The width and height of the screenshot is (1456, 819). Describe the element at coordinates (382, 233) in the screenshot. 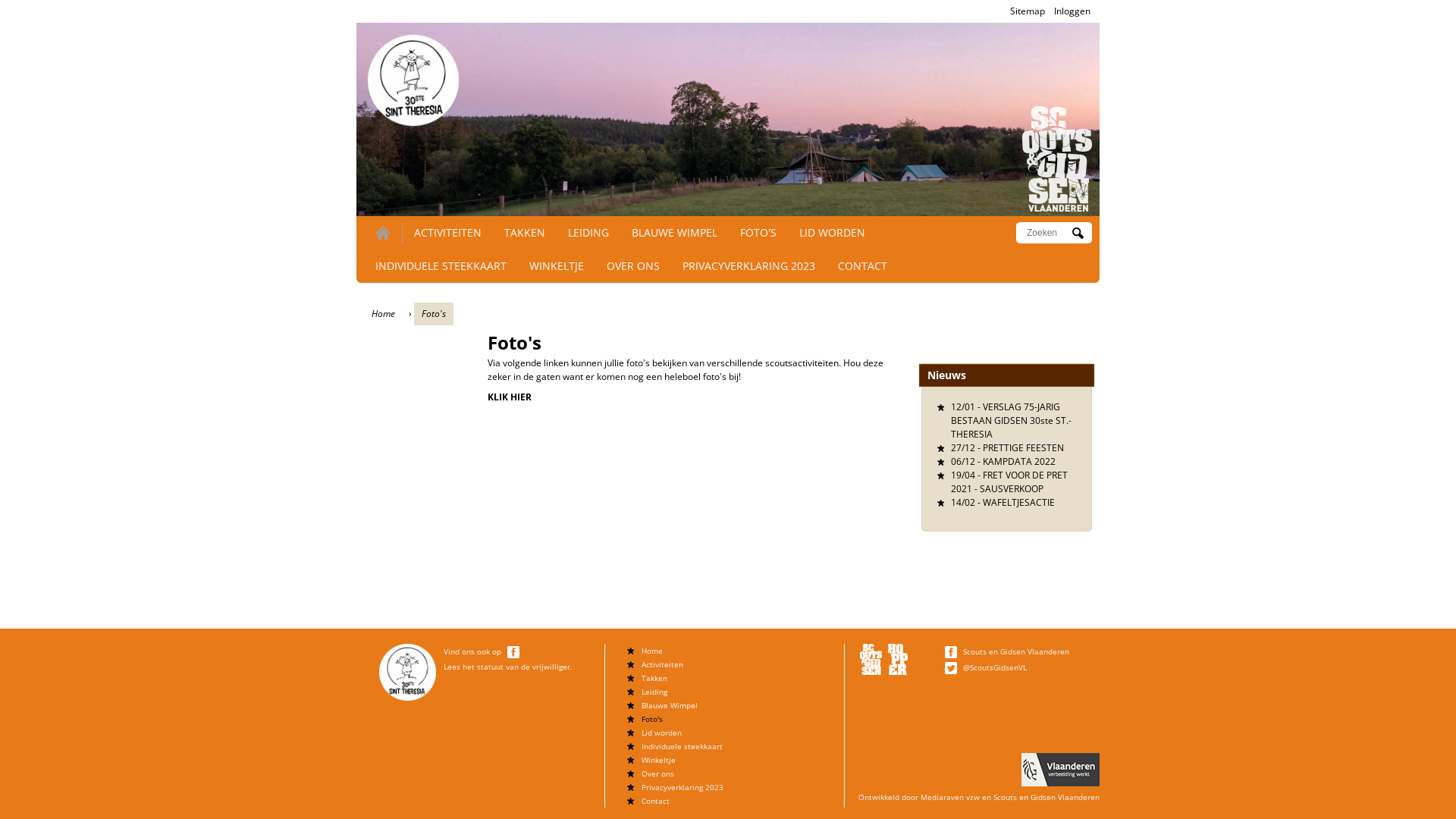

I see `'HOME'` at that location.